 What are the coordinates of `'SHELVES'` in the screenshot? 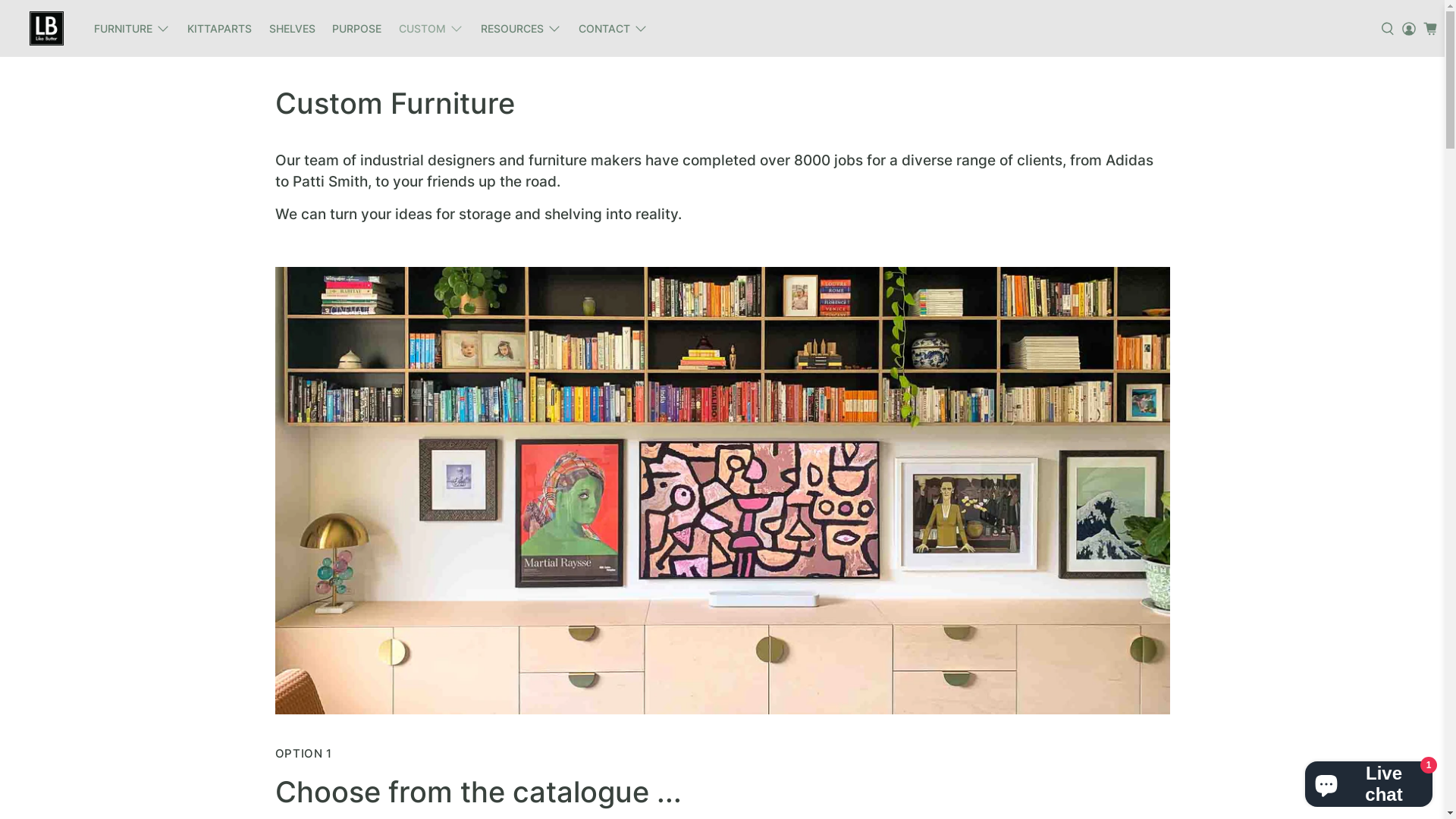 It's located at (291, 28).